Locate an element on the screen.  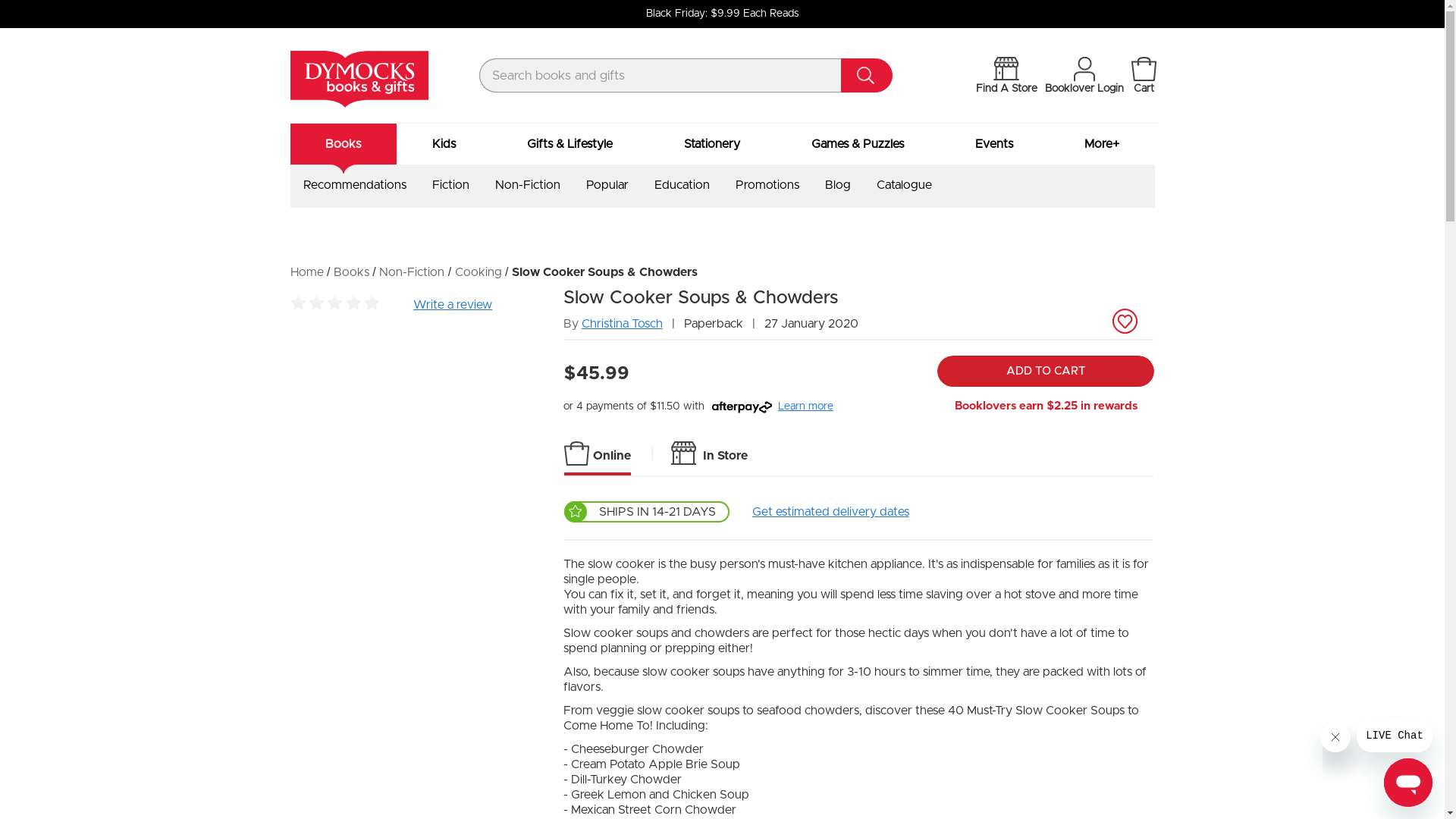
'Black Friday: $9.99 Each Reads' is located at coordinates (720, 14).